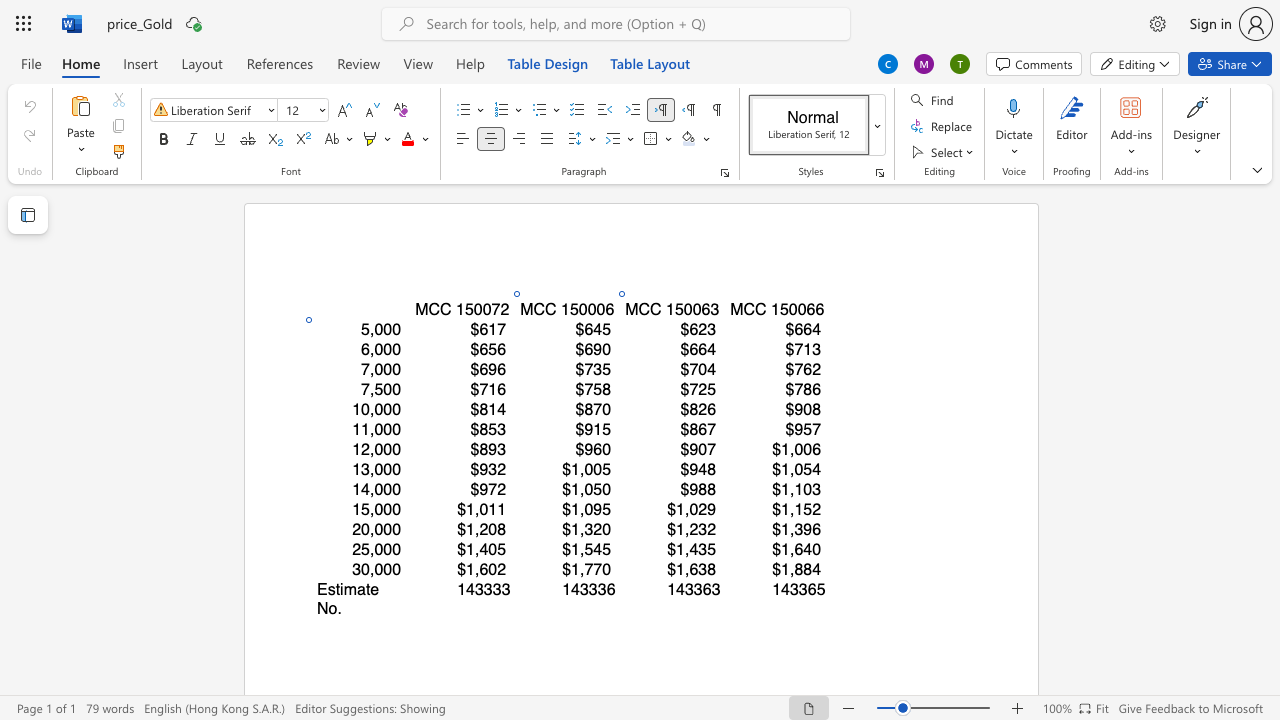  I want to click on the 1th character "C" in the text, so click(644, 309).